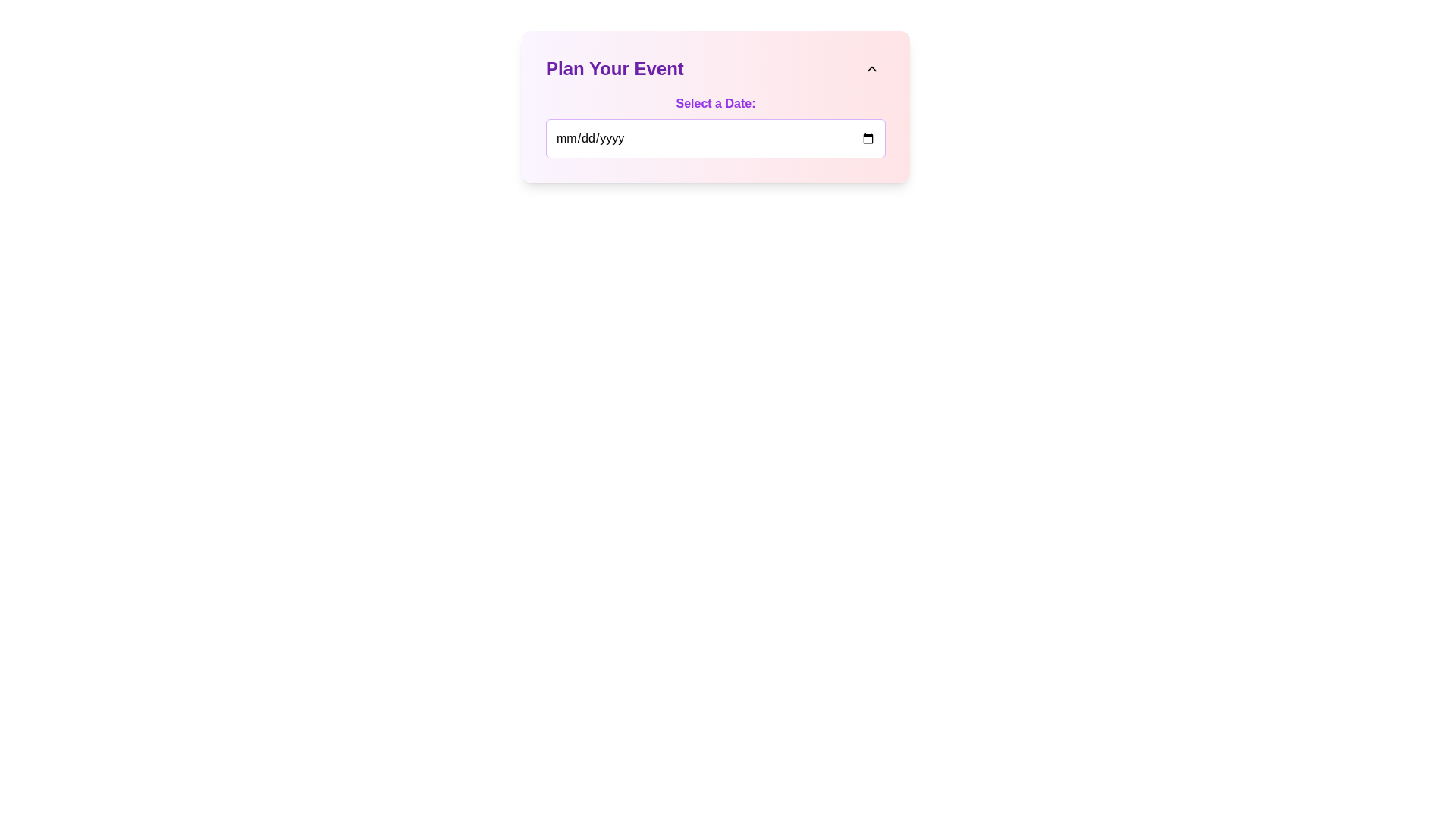 This screenshot has width=1456, height=819. What do you see at coordinates (614, 69) in the screenshot?
I see `the bold title text 'Plan Your Event' which is displayed in a large, purple font and serves as the main heading for the surrounding content` at bounding box center [614, 69].